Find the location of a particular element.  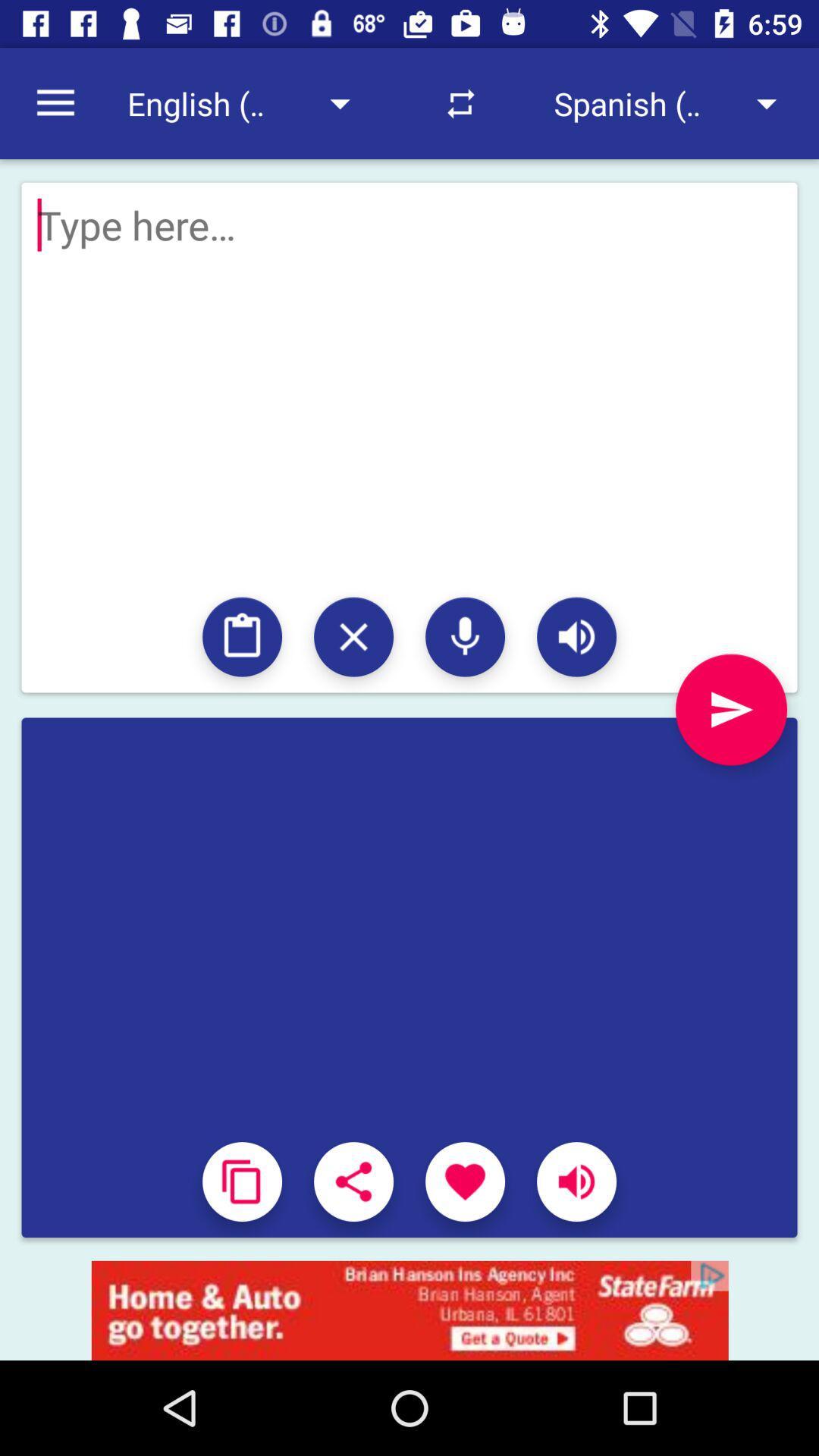

open advertisement is located at coordinates (409, 1310).